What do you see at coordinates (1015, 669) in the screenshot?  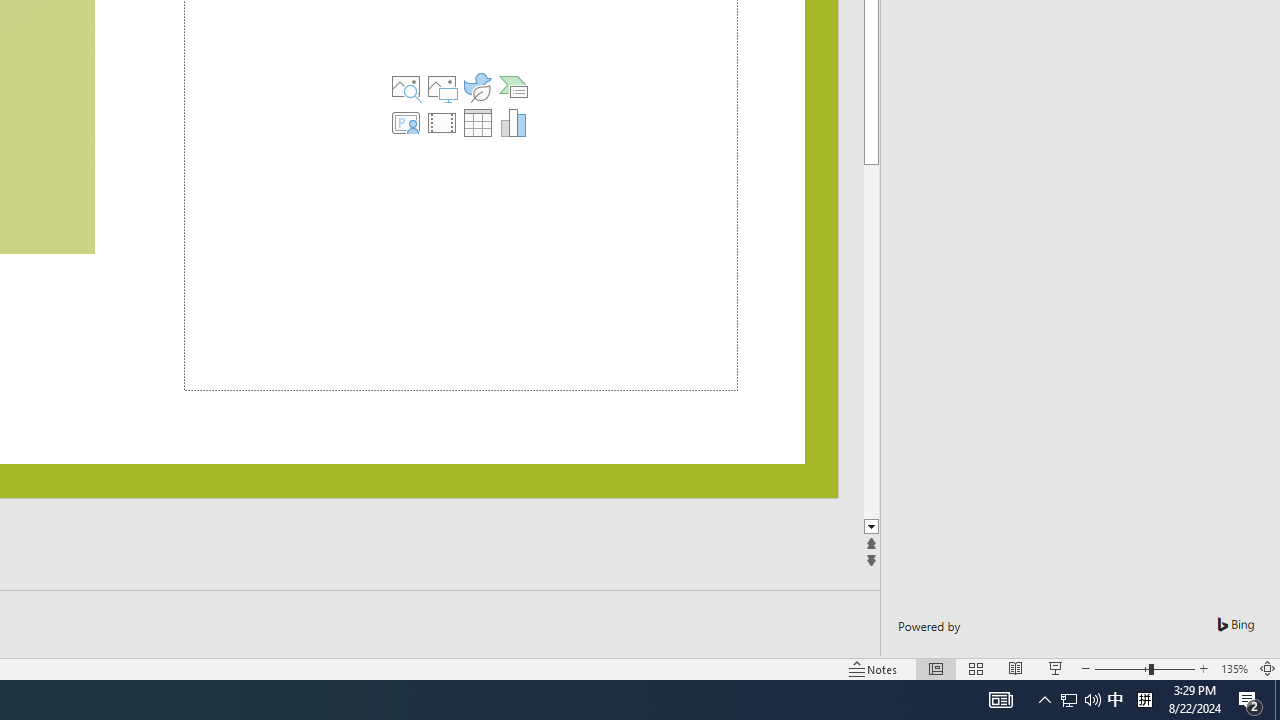 I see `'Reading View'` at bounding box center [1015, 669].